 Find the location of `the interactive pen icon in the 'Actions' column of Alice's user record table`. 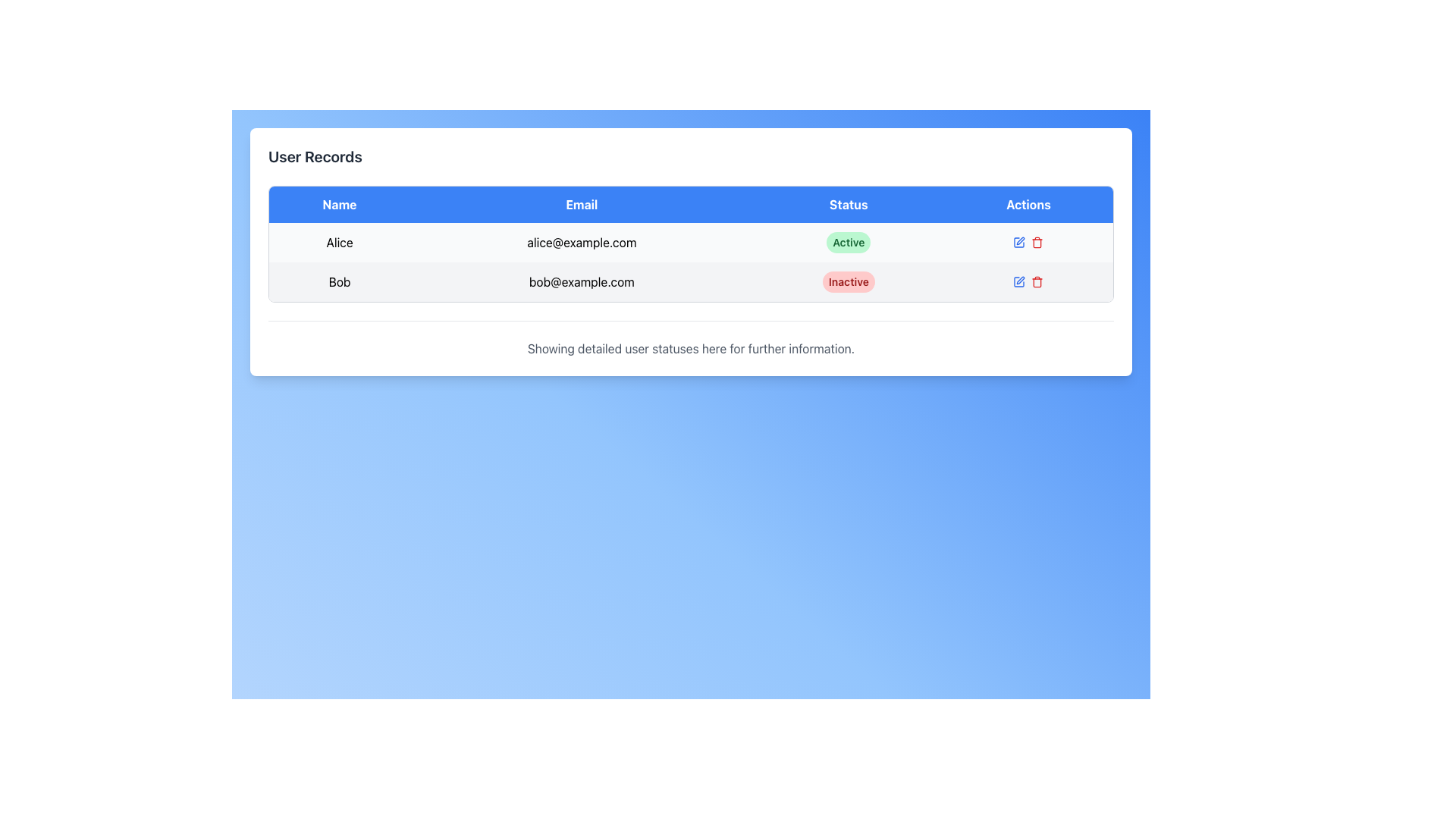

the interactive pen icon in the 'Actions' column of Alice's user record table is located at coordinates (1019, 242).